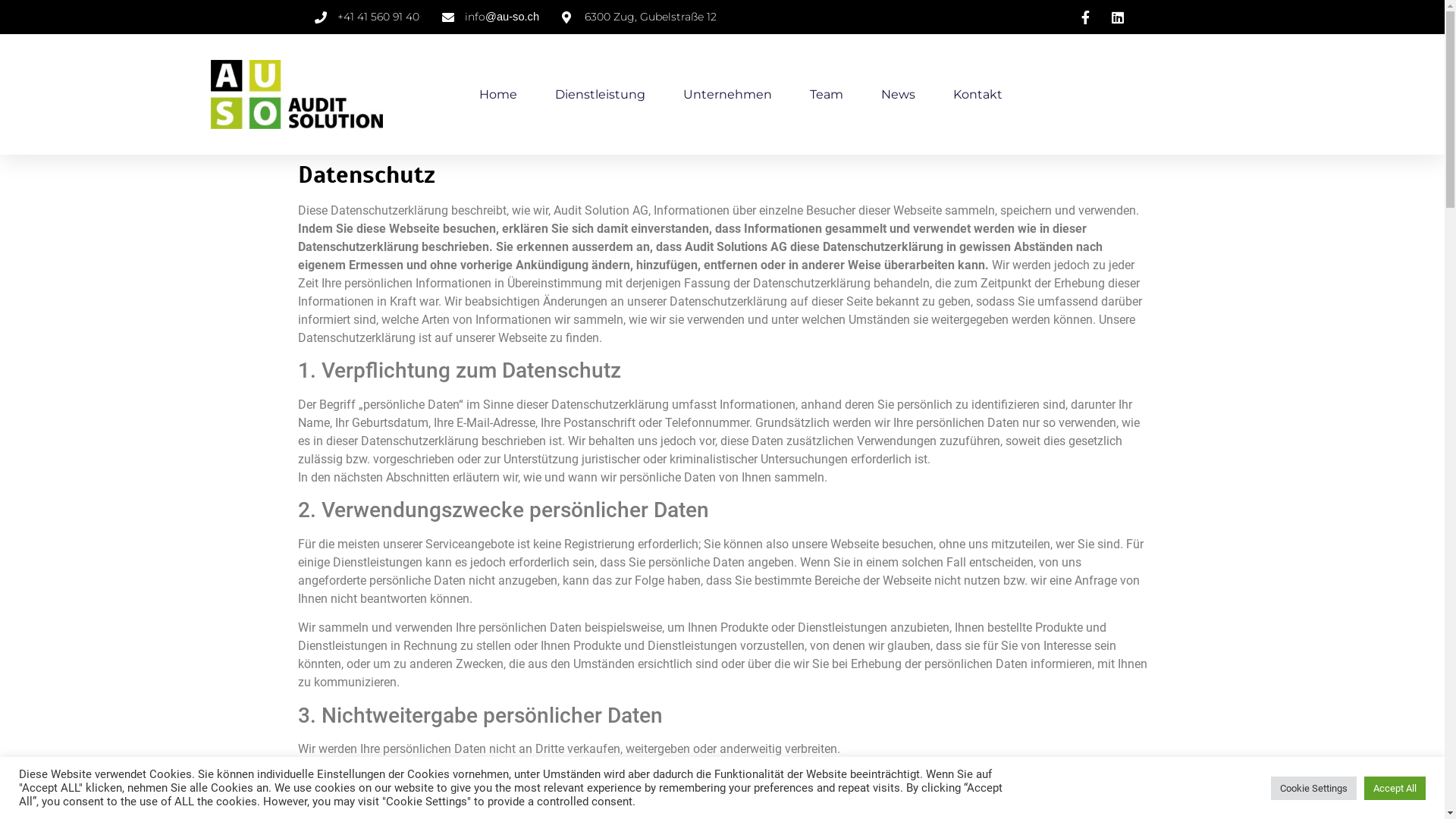 The image size is (1456, 819). I want to click on 'Unternehmen', so click(726, 94).